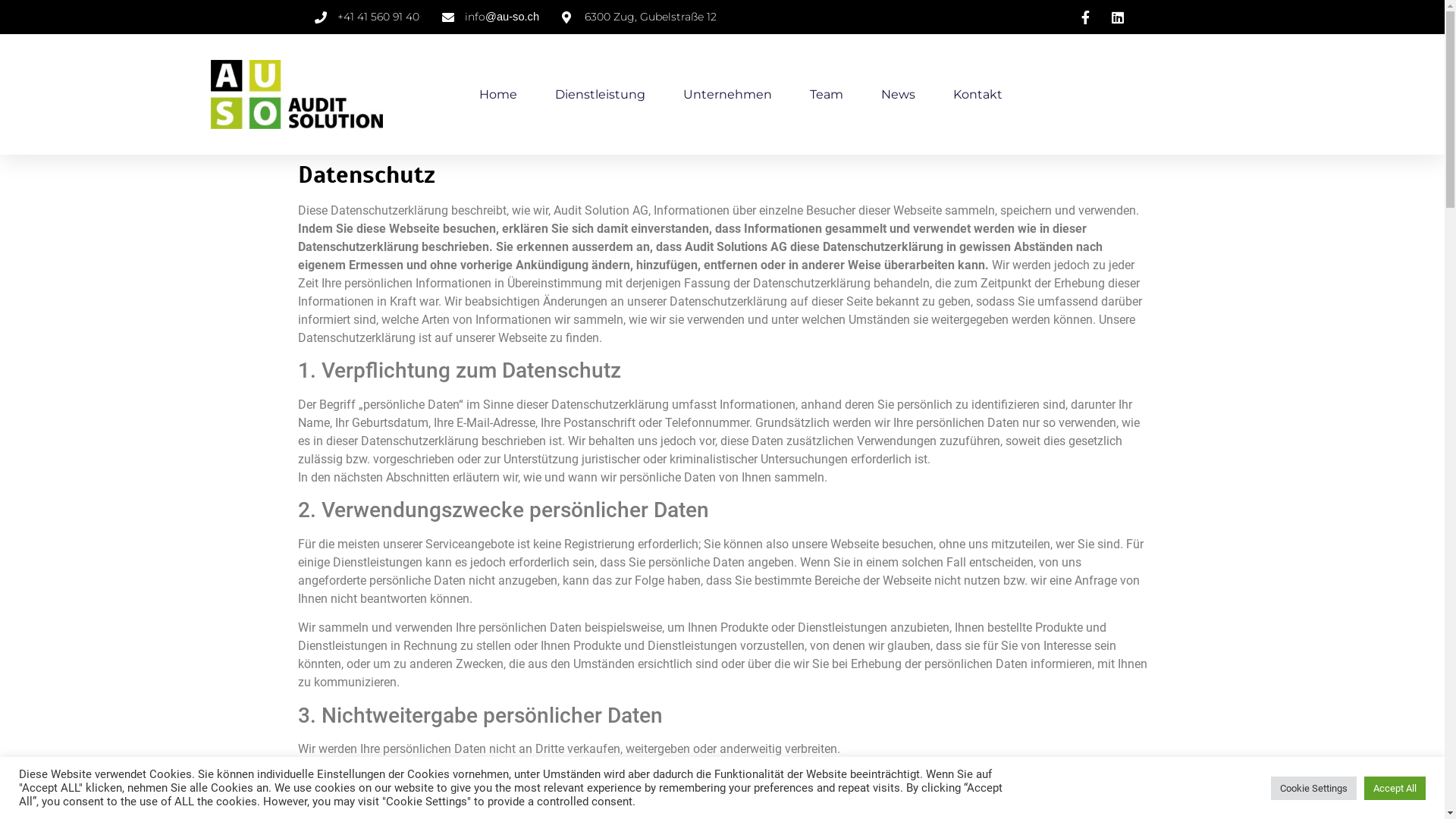 The image size is (1456, 819). I want to click on 'Unternehmen', so click(726, 94).